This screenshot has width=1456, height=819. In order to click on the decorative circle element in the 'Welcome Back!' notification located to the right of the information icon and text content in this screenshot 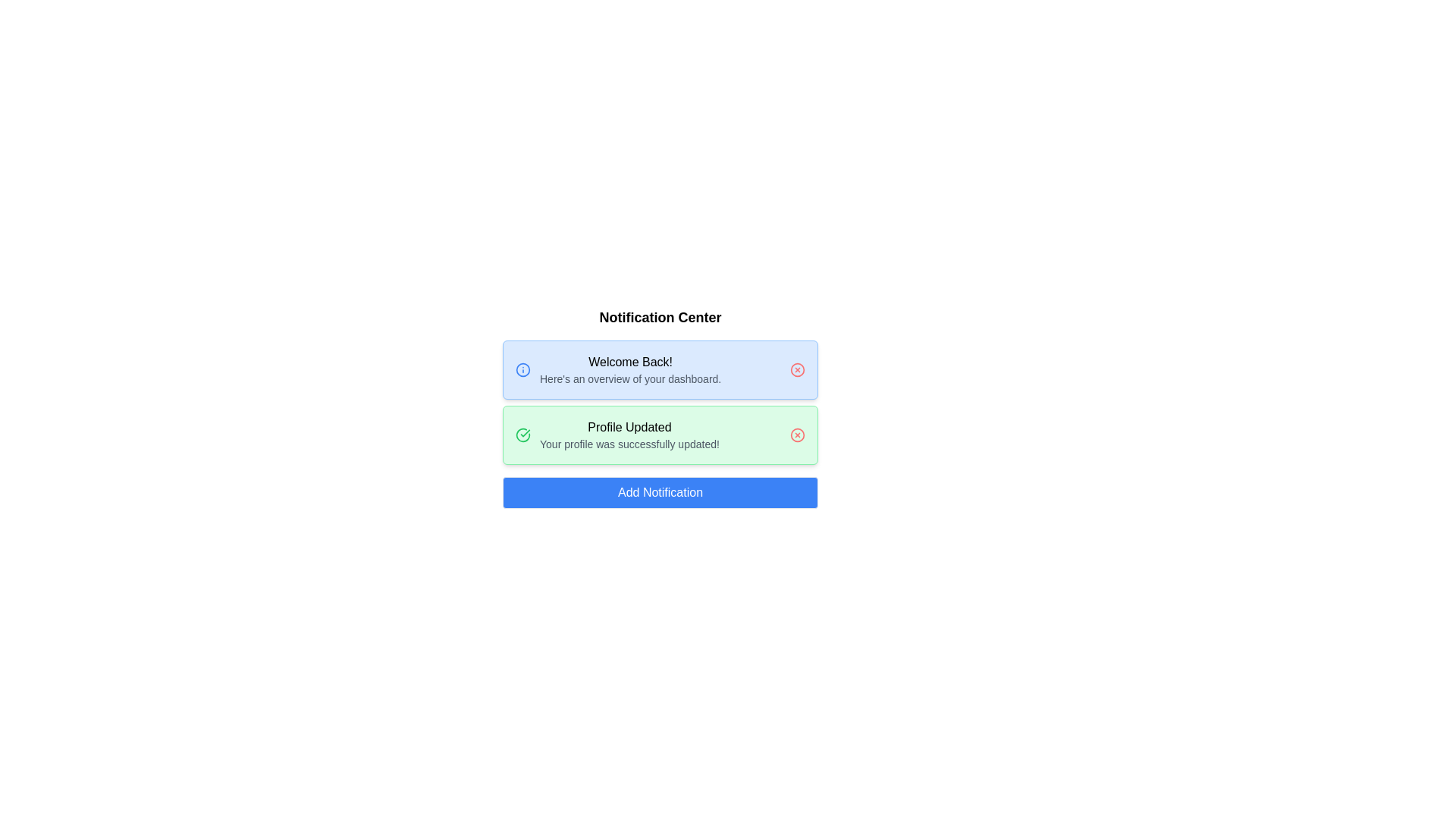, I will do `click(796, 370)`.